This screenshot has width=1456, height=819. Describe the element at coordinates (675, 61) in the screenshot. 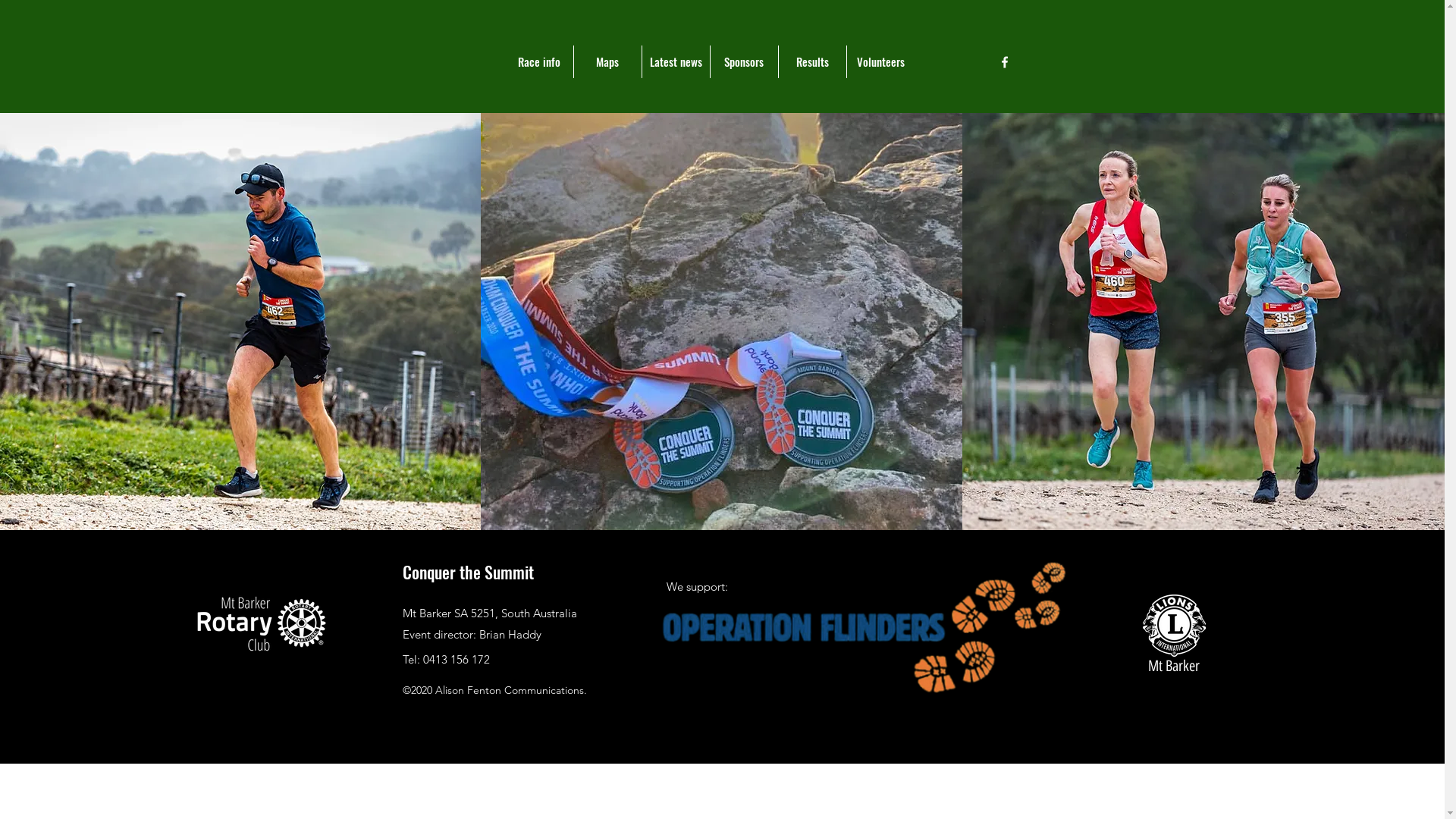

I see `'Latest news'` at that location.